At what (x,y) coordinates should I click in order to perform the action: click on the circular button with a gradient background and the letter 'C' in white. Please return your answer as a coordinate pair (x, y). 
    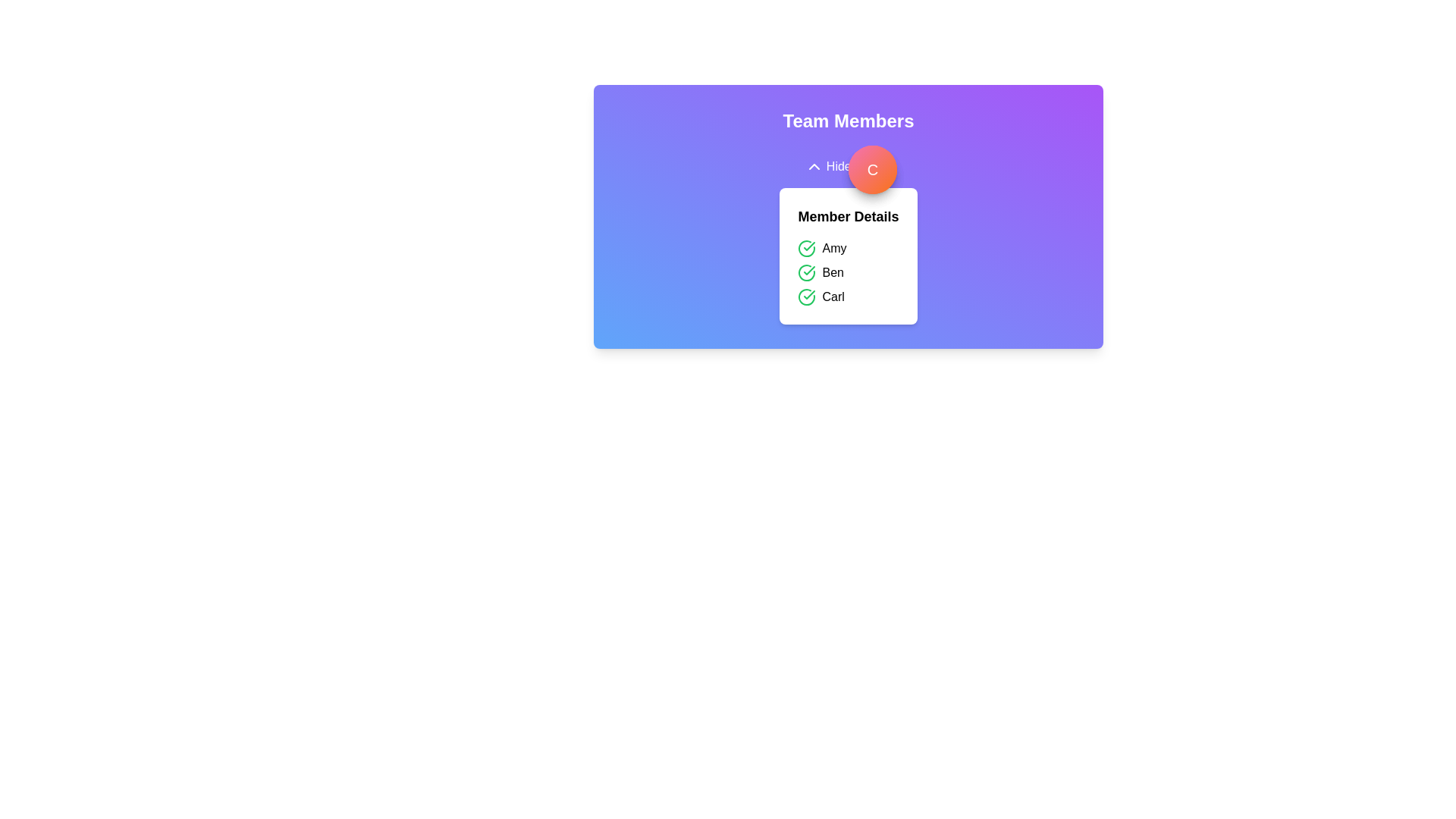
    Looking at the image, I should click on (873, 169).